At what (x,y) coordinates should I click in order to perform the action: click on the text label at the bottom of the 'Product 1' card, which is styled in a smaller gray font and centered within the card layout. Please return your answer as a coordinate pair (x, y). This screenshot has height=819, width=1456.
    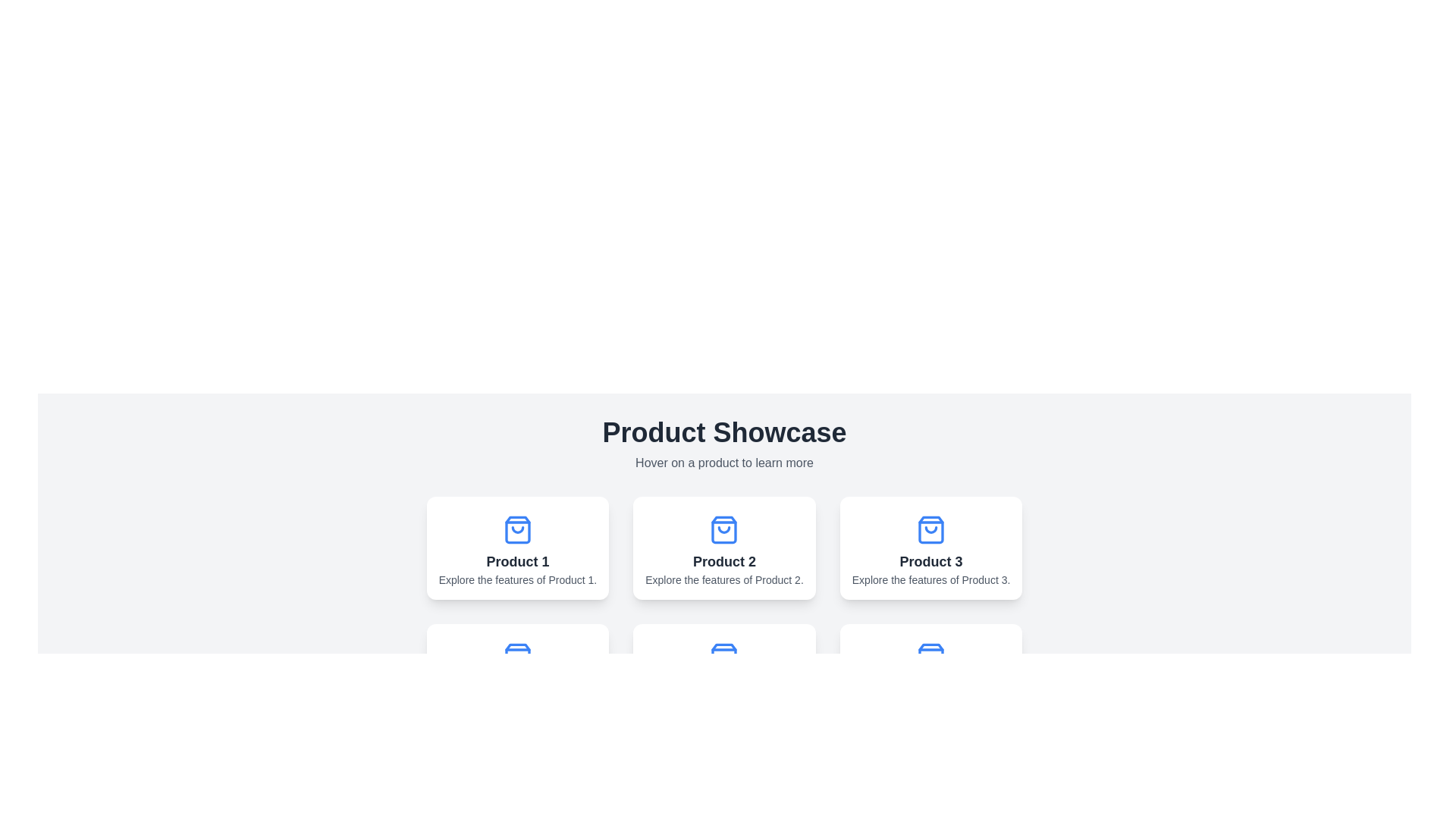
    Looking at the image, I should click on (517, 579).